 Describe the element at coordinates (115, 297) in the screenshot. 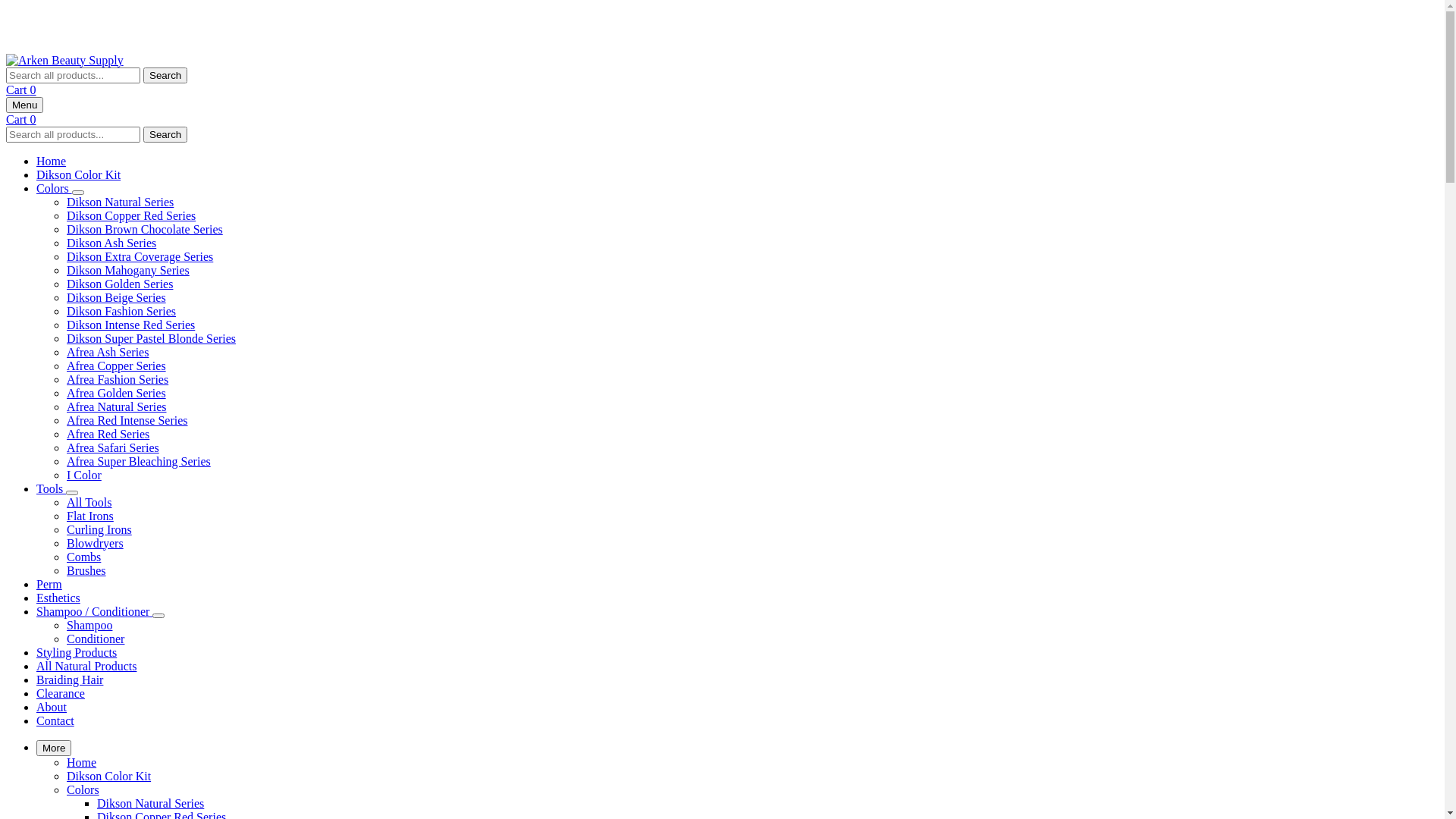

I see `'Dikson Beige Series'` at that location.